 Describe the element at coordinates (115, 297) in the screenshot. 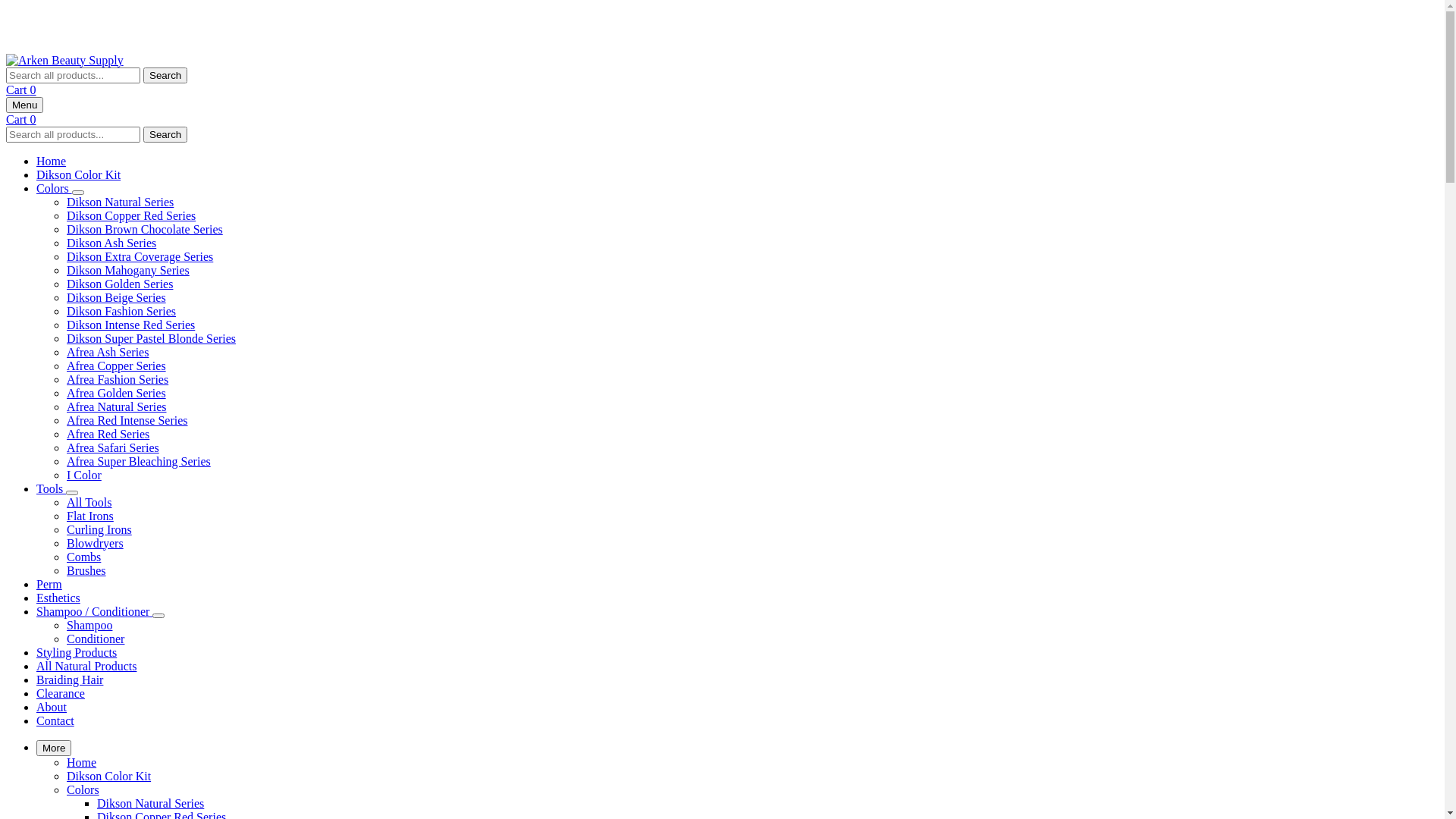

I see `'Dikson Beige Series'` at that location.